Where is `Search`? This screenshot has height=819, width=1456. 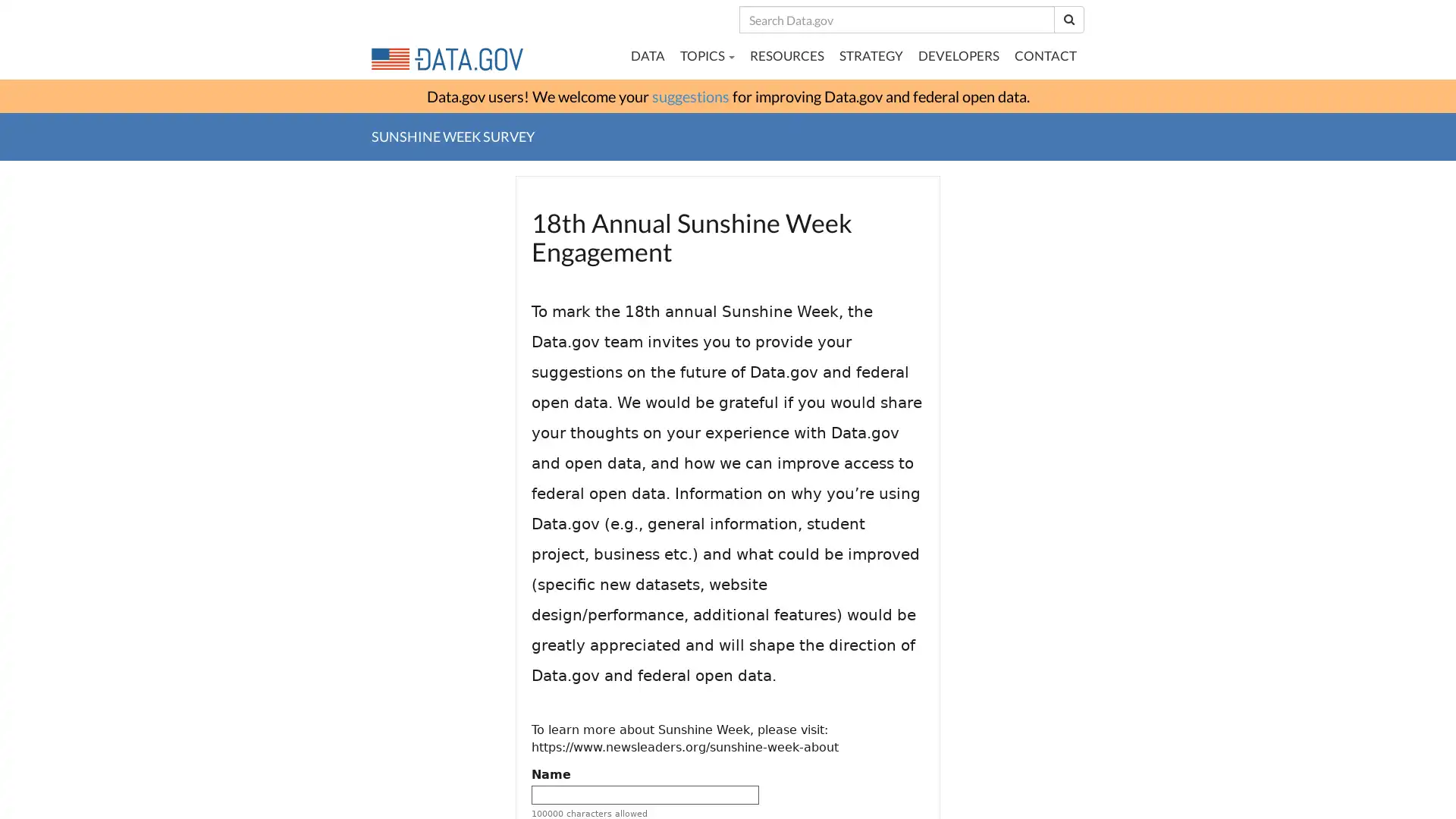
Search is located at coordinates (1068, 19).